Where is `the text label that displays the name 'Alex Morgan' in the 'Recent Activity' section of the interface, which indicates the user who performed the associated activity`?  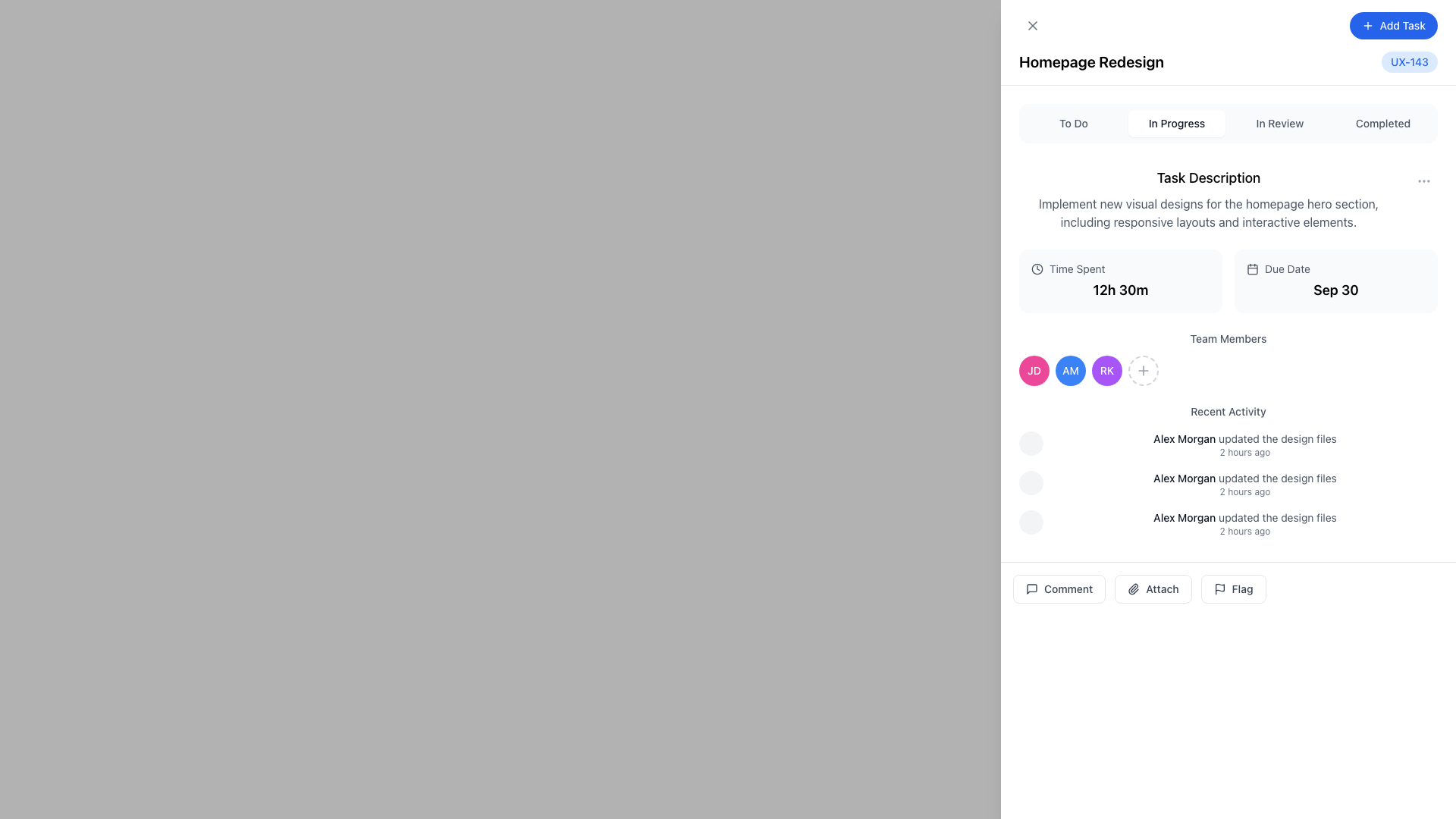 the text label that displays the name 'Alex Morgan' in the 'Recent Activity' section of the interface, which indicates the user who performed the associated activity is located at coordinates (1184, 516).